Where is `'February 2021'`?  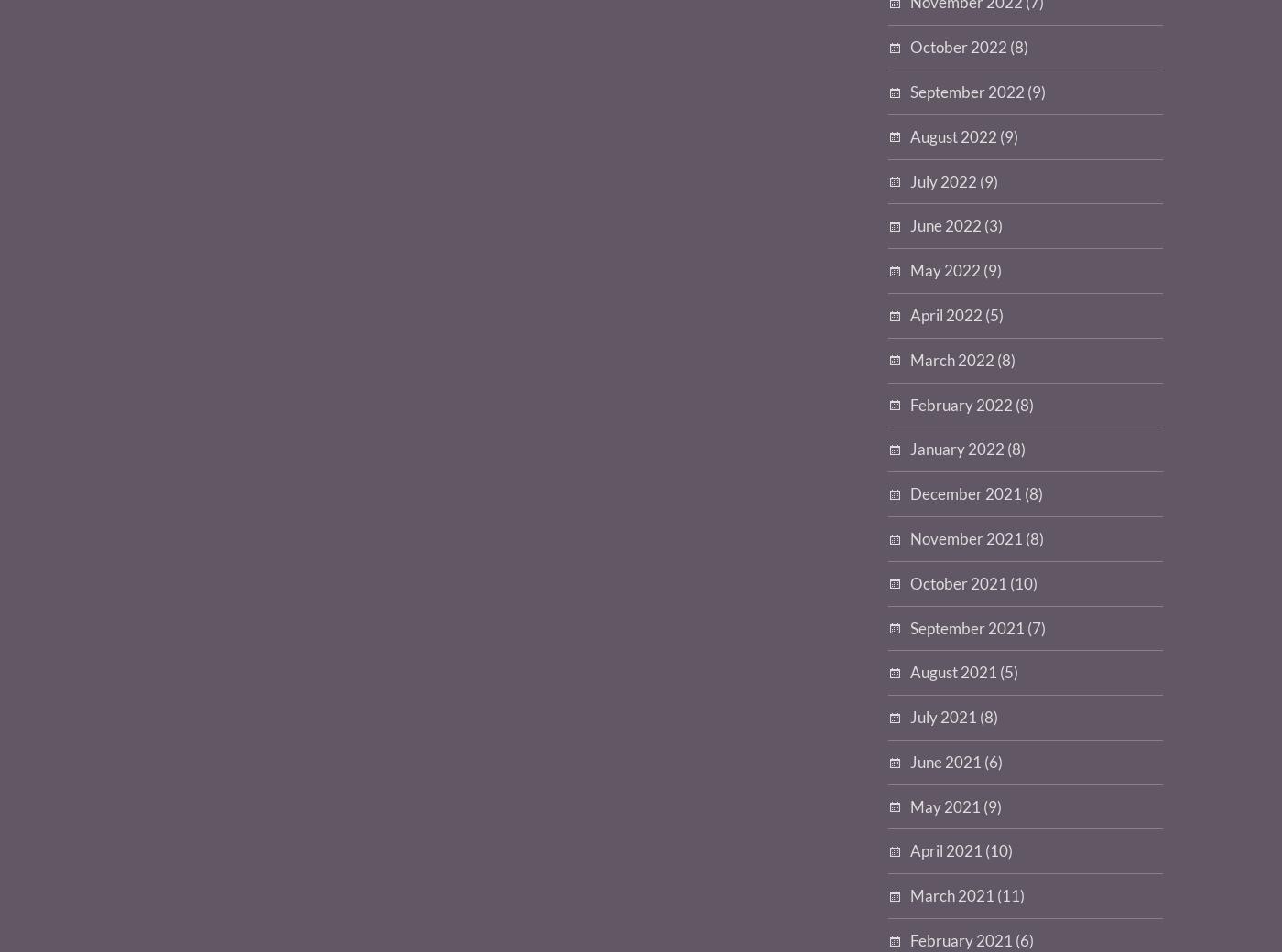 'February 2021' is located at coordinates (961, 940).